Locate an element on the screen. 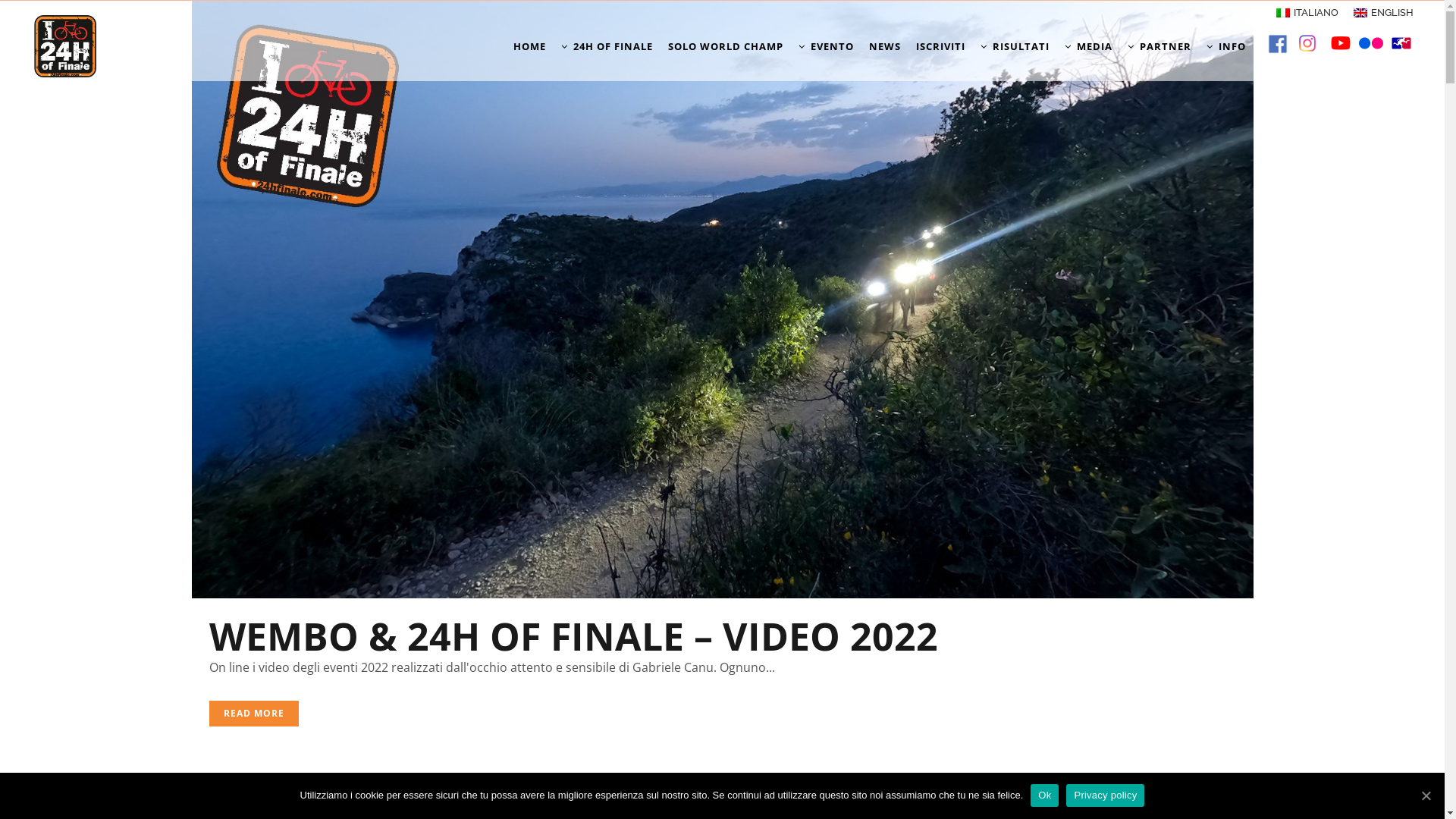 The width and height of the screenshot is (1456, 819). 'SOLO WORLD CHAMP' is located at coordinates (724, 45).